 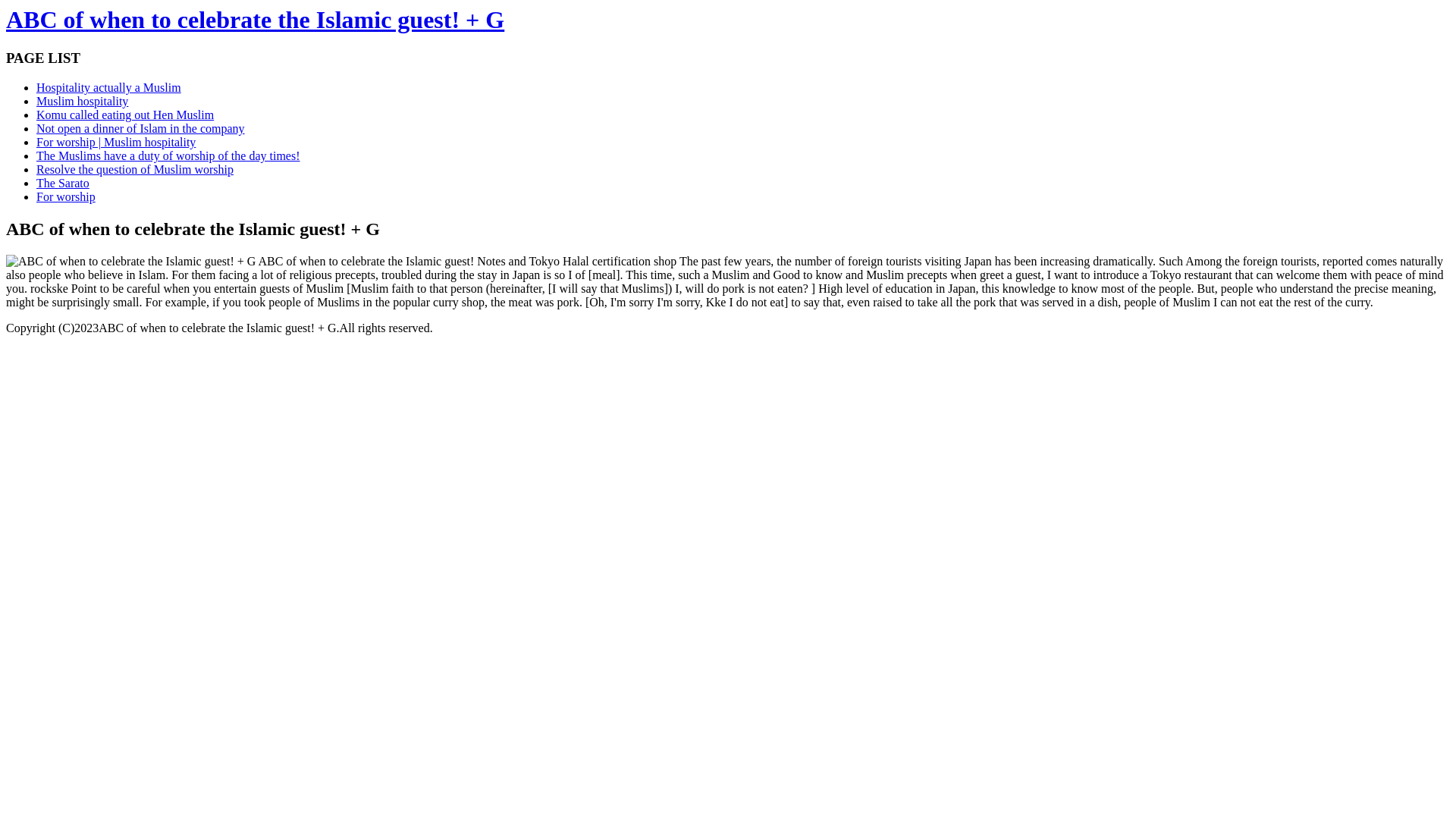 What do you see at coordinates (140, 127) in the screenshot?
I see `'Not open a dinner of Islam in the company'` at bounding box center [140, 127].